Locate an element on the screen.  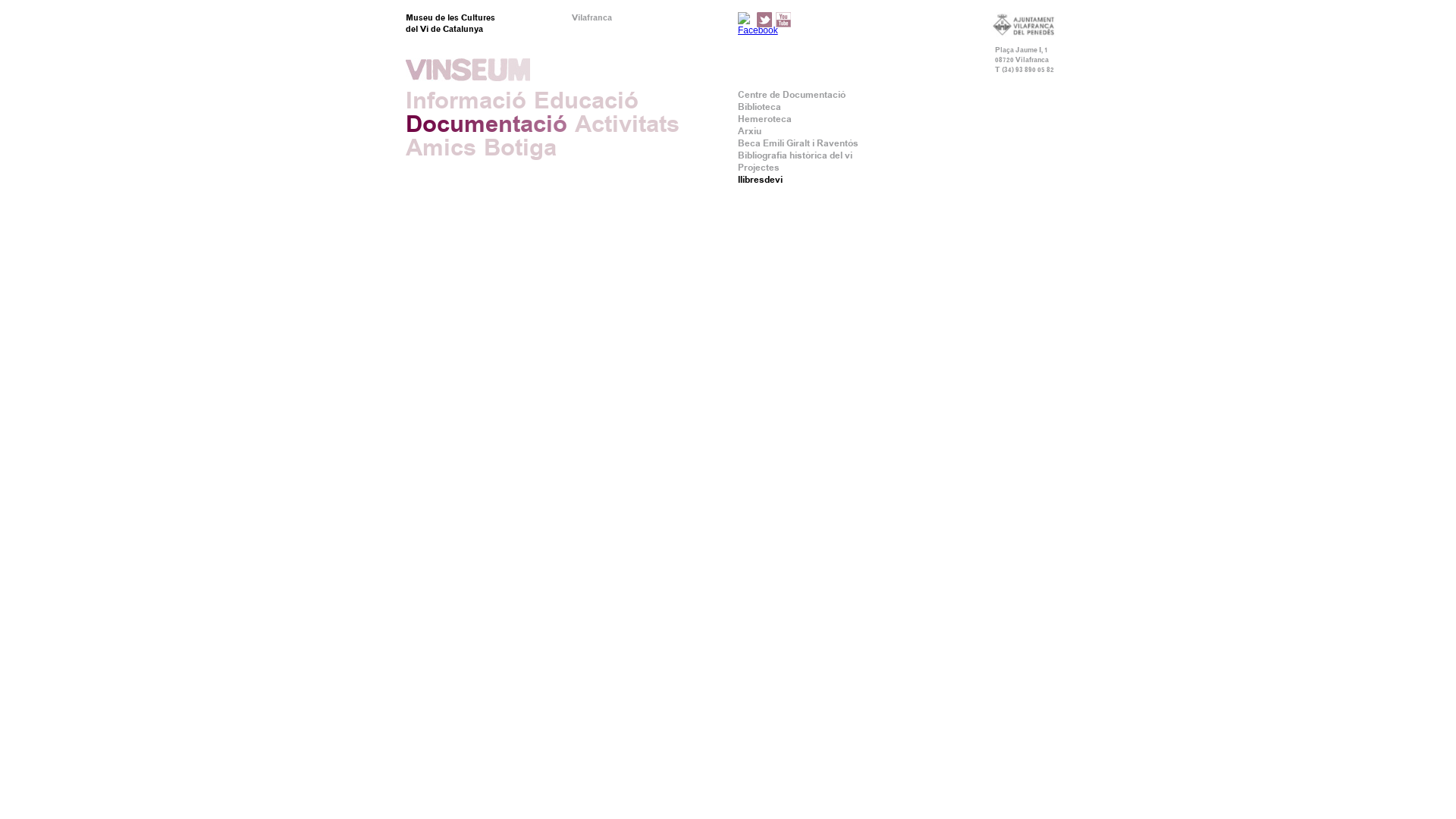
'Botiga' is located at coordinates (520, 147).